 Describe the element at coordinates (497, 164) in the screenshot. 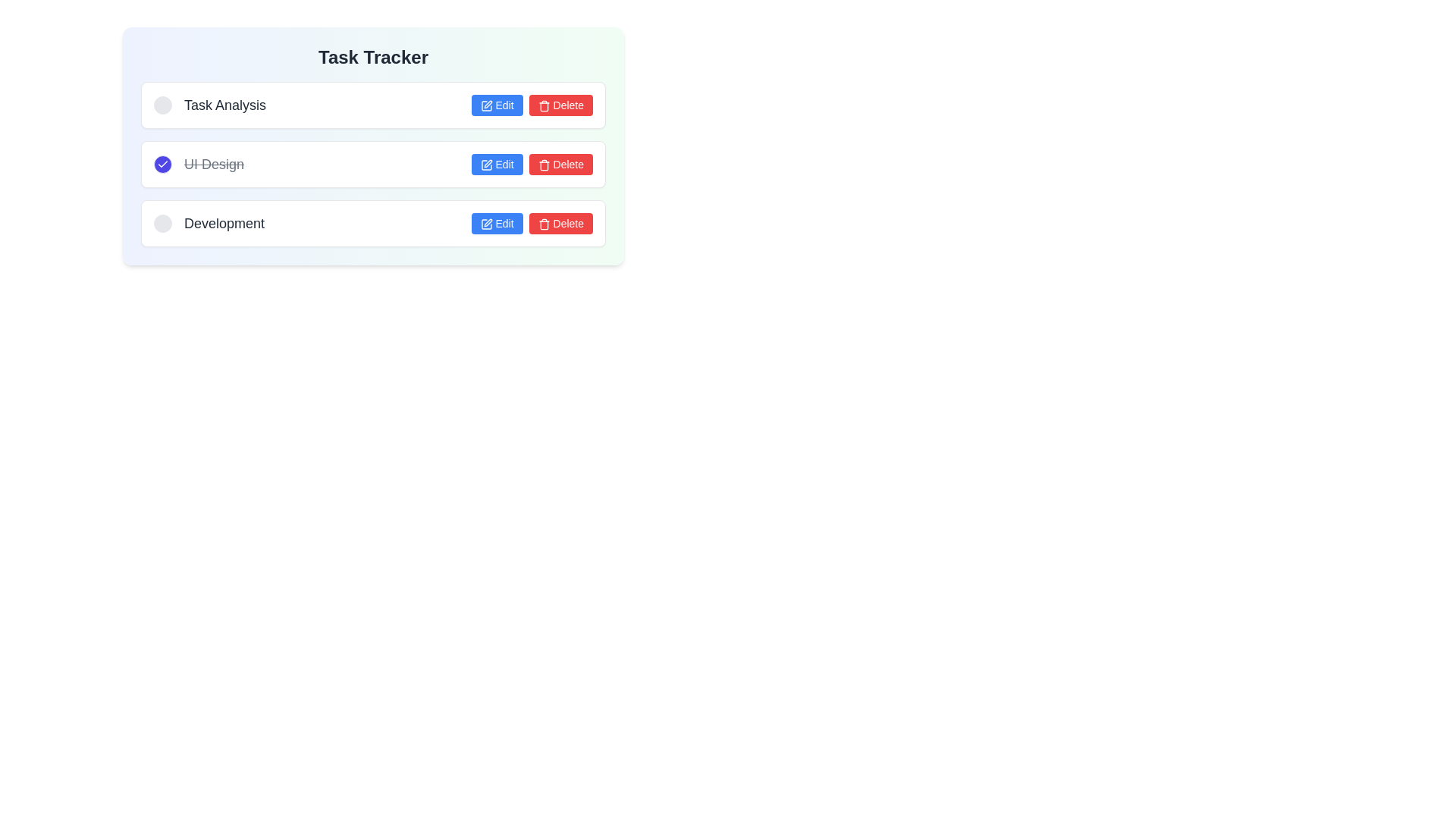

I see `the 'Edit' button in the 'UI Design' task section` at that location.